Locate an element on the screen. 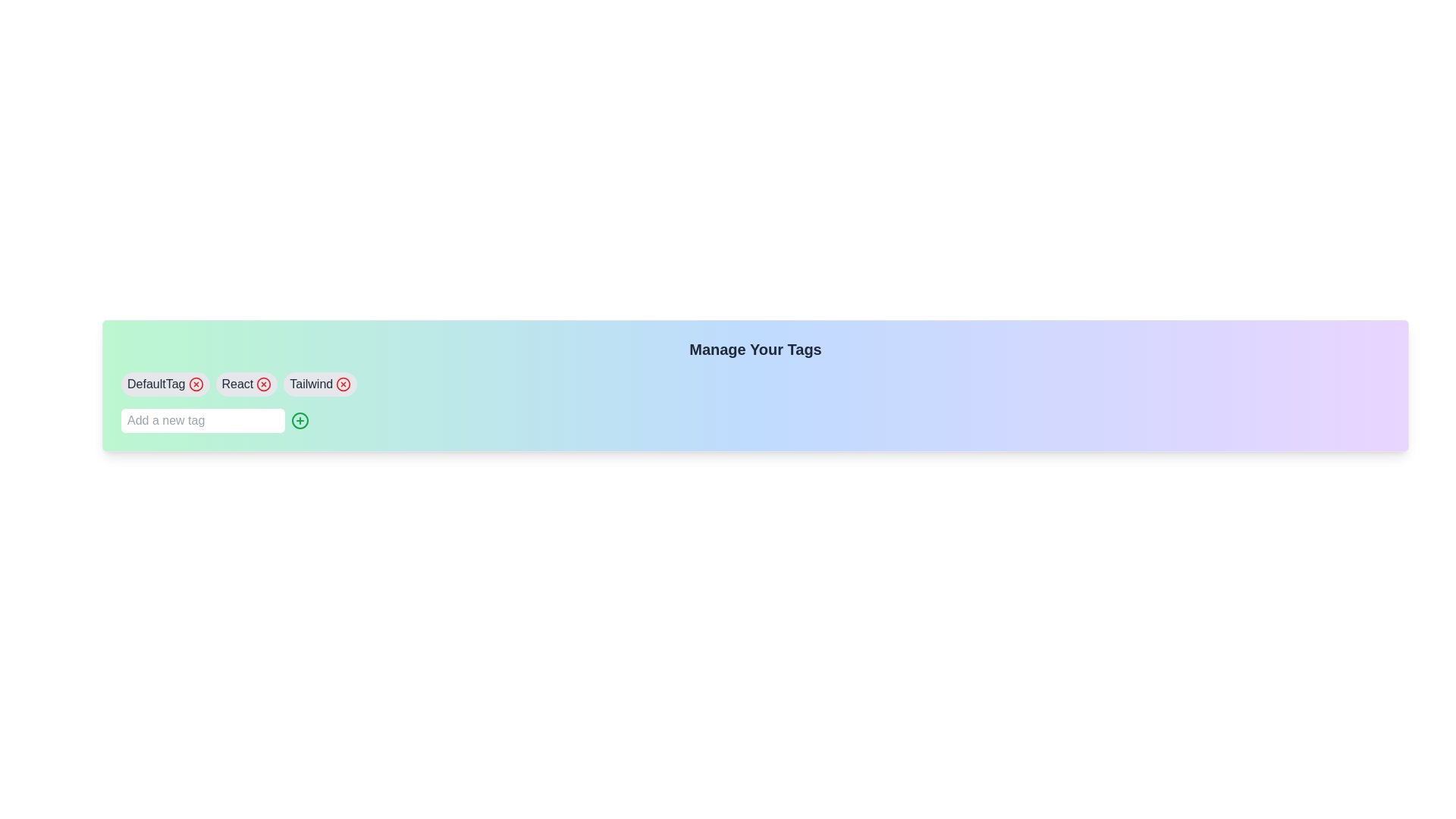 Image resolution: width=1456 pixels, height=819 pixels. the circular SVG-based icon located near the bottom of the interface, adjacent to the 'Add a new tag' input field is located at coordinates (300, 421).